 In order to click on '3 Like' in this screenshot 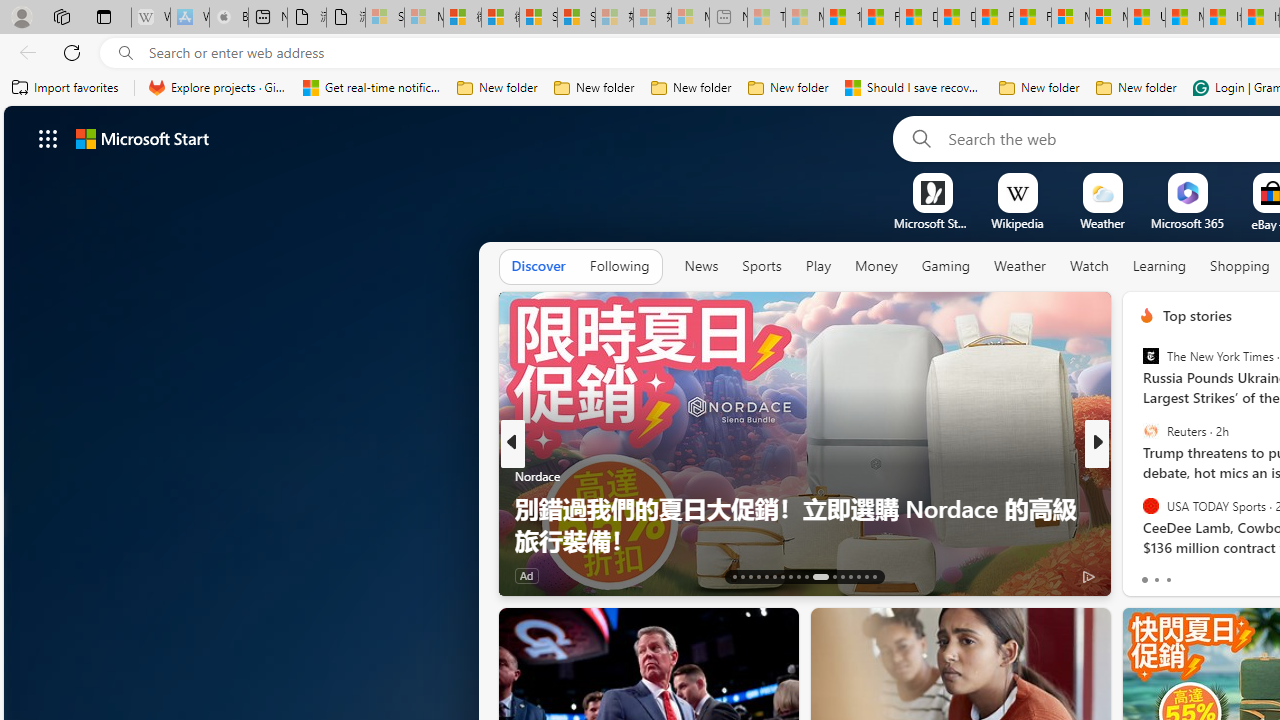, I will do `click(1145, 575)`.